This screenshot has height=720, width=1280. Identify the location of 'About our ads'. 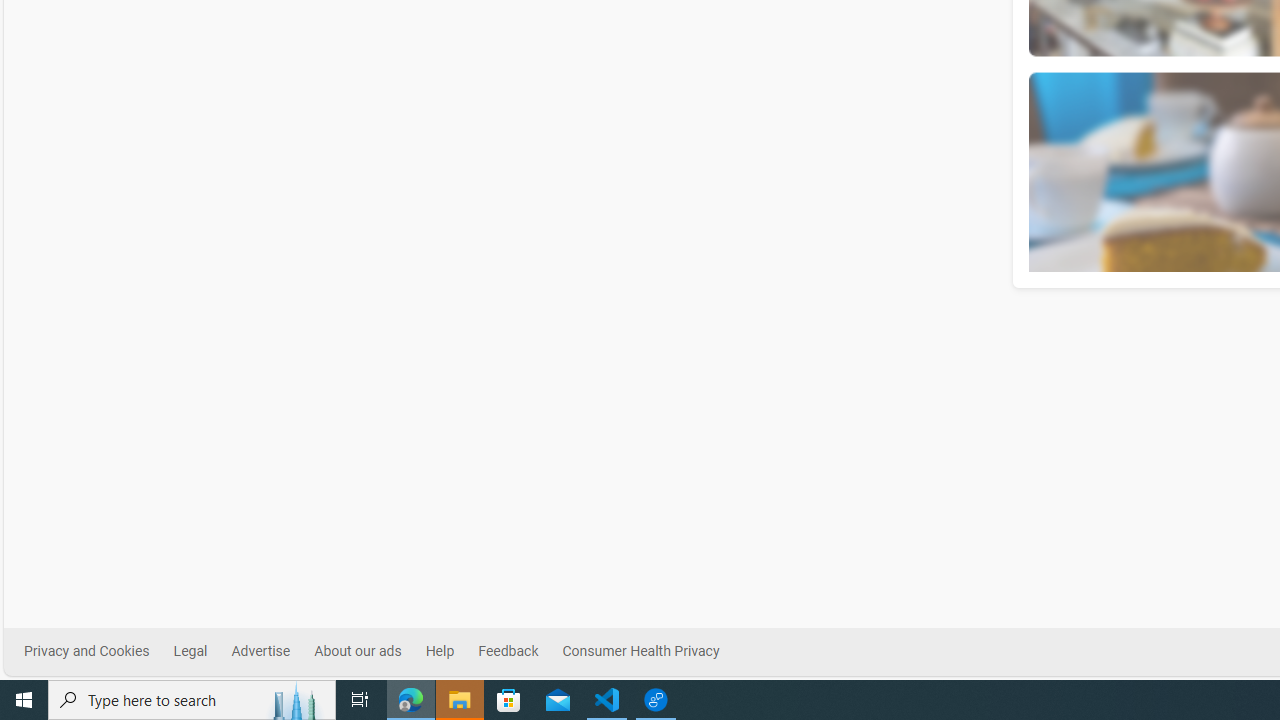
(357, 651).